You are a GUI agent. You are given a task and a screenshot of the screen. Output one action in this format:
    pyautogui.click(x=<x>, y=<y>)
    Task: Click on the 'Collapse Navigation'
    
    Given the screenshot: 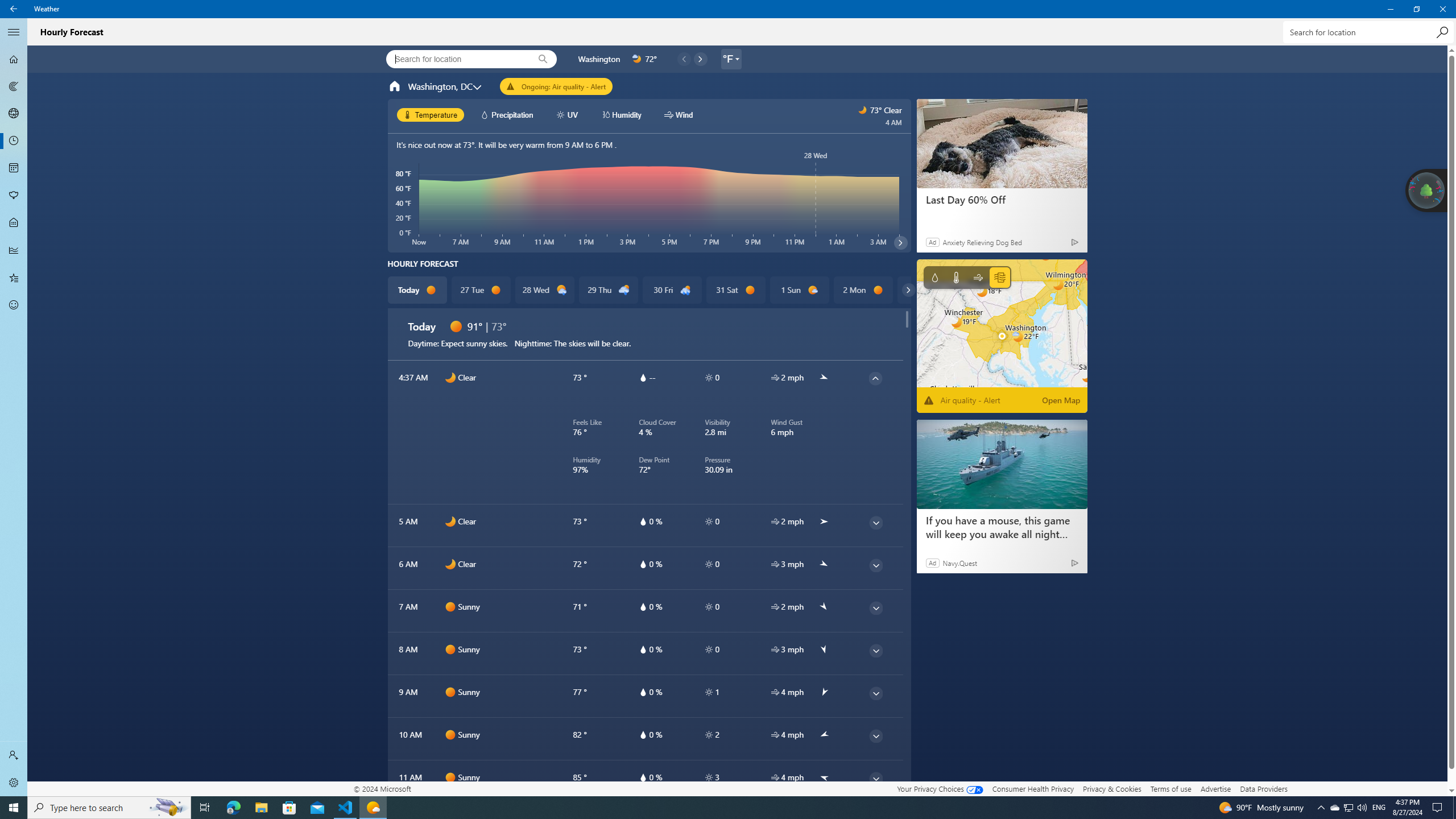 What is the action you would take?
    pyautogui.click(x=14, y=31)
    